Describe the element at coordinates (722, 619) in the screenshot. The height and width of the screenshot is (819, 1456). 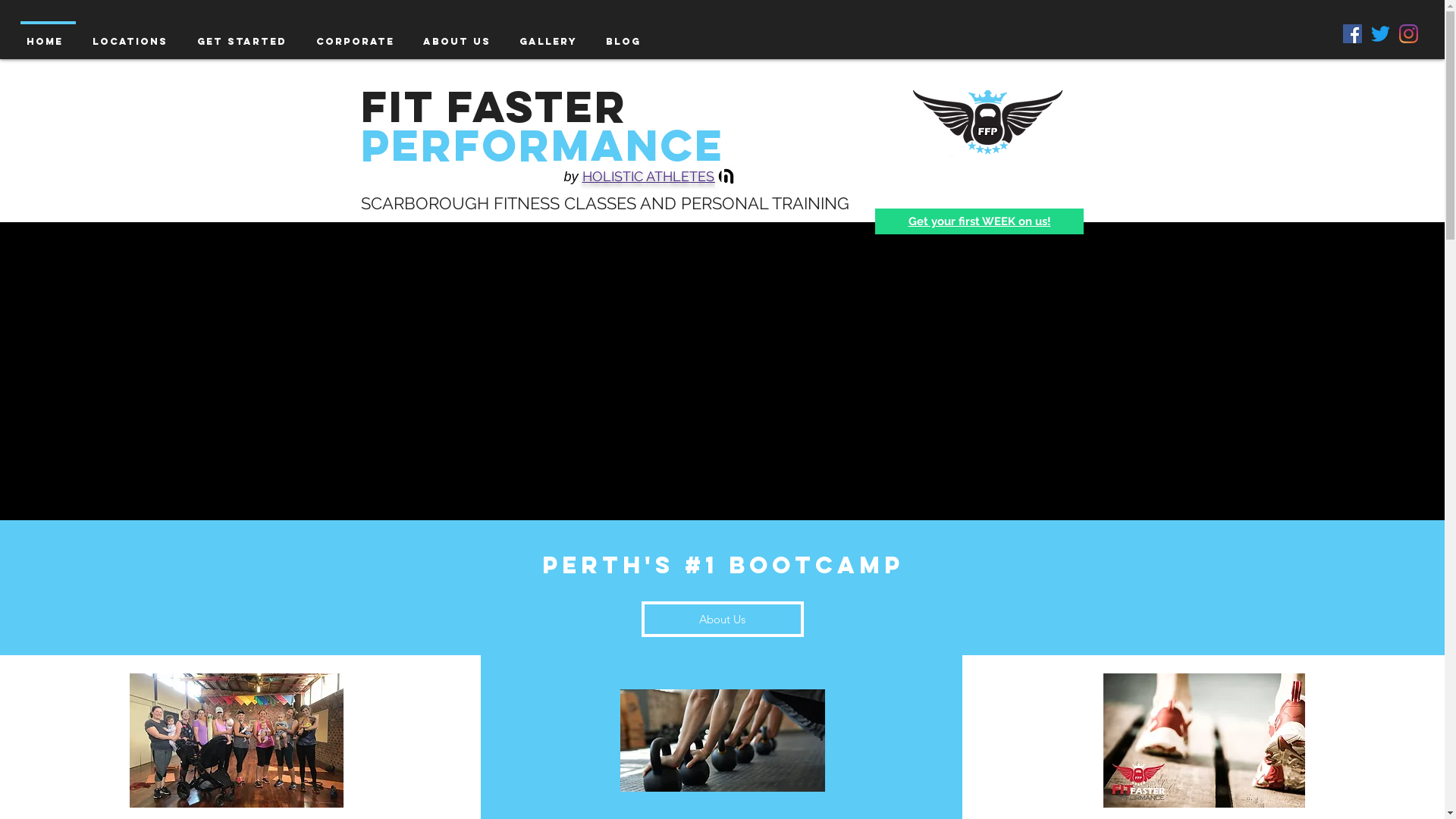
I see `'About Us'` at that location.